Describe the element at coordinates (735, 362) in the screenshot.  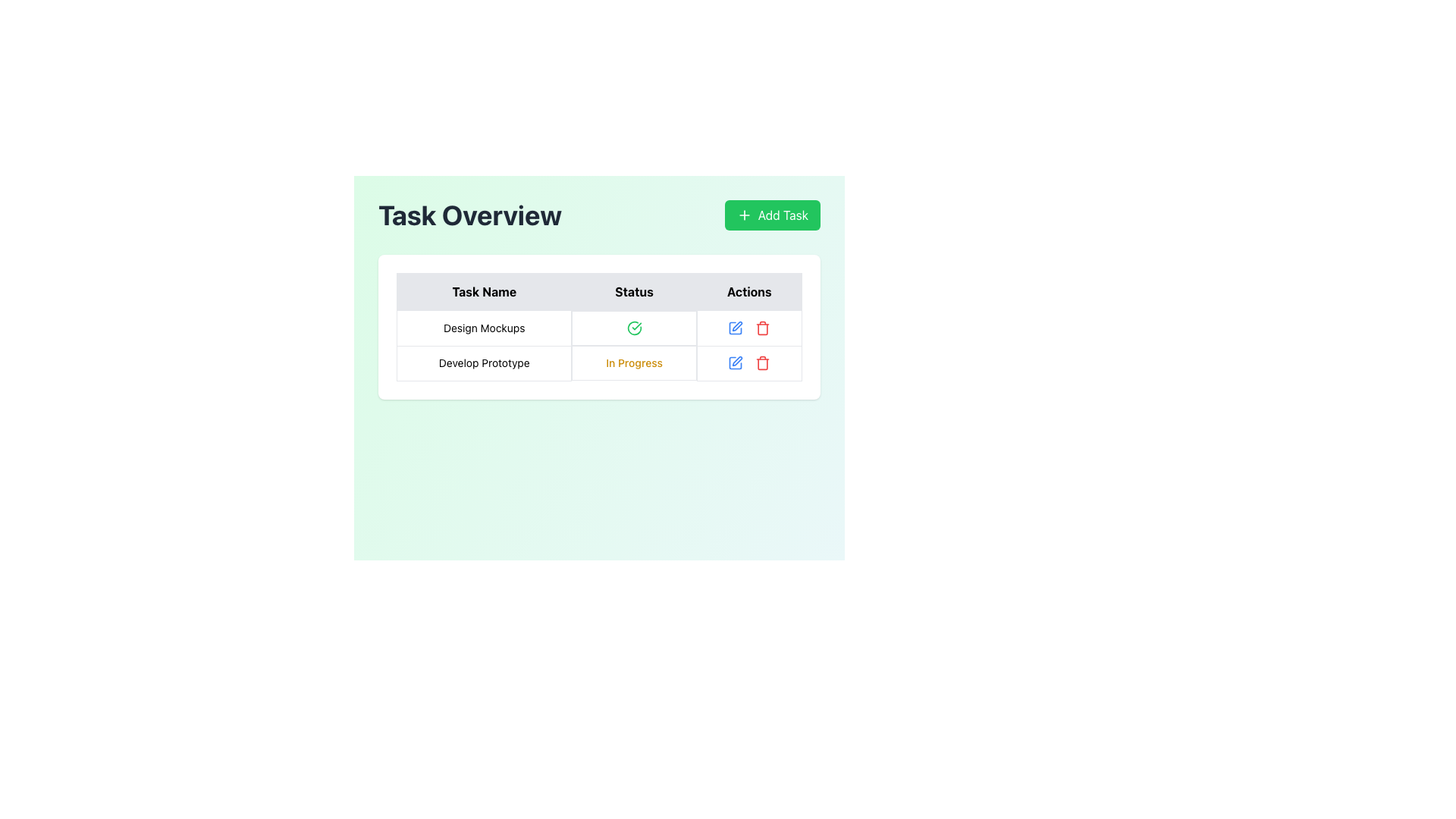
I see `the leftmost edit action icon in the 'Actions' column of the second row in the task overview table to initiate editing` at that location.